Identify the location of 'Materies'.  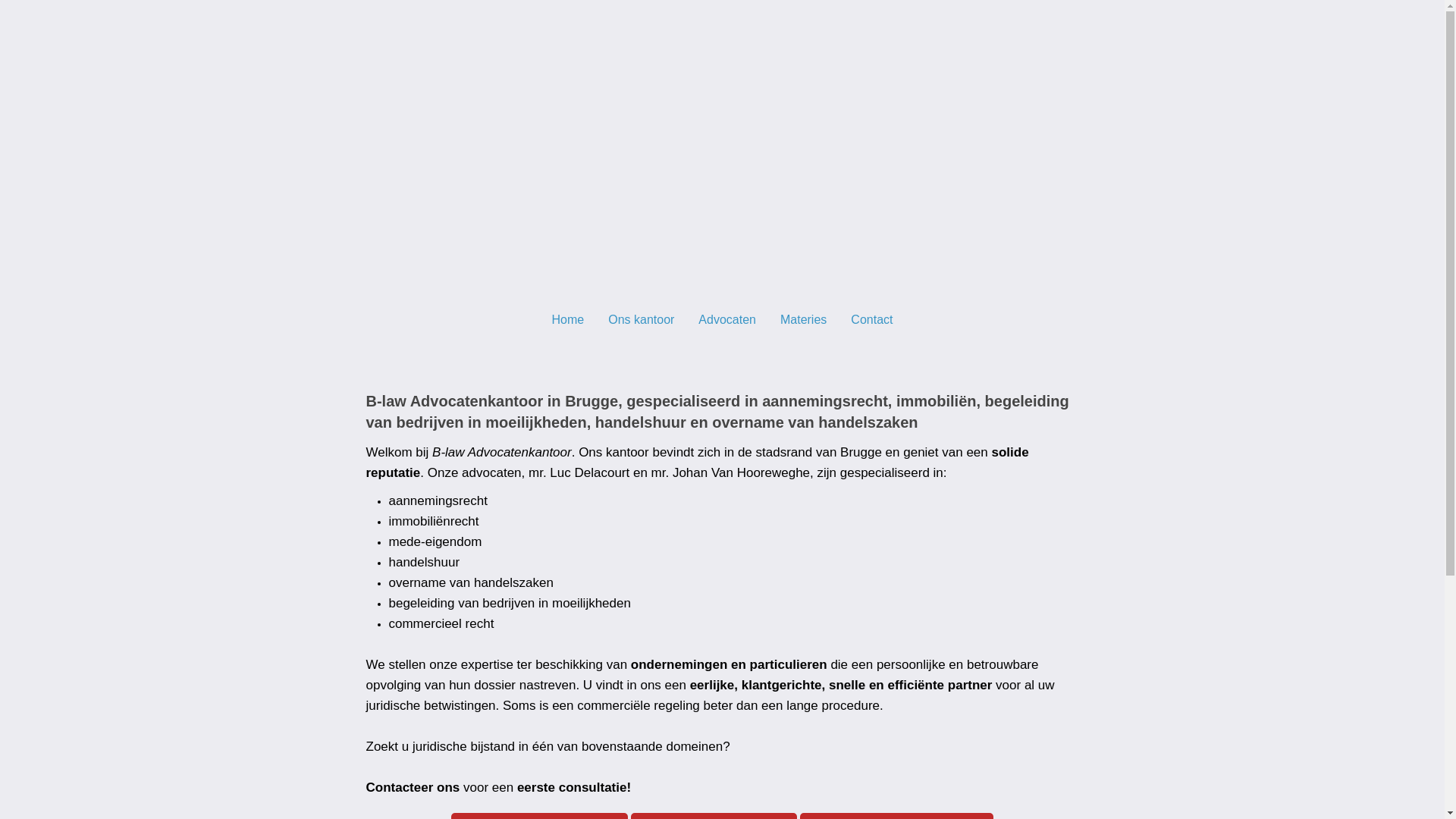
(802, 317).